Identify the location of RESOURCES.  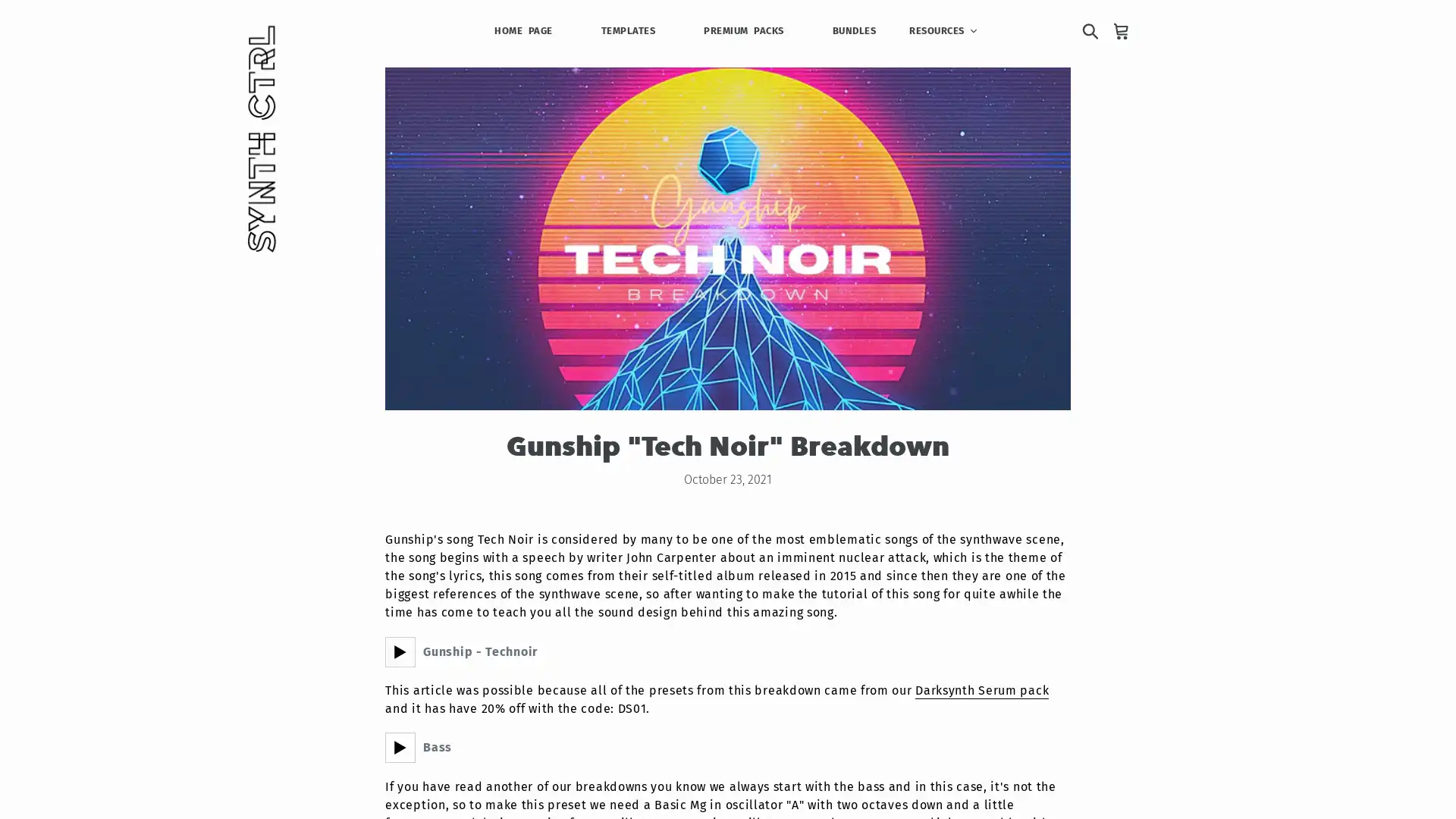
(942, 30).